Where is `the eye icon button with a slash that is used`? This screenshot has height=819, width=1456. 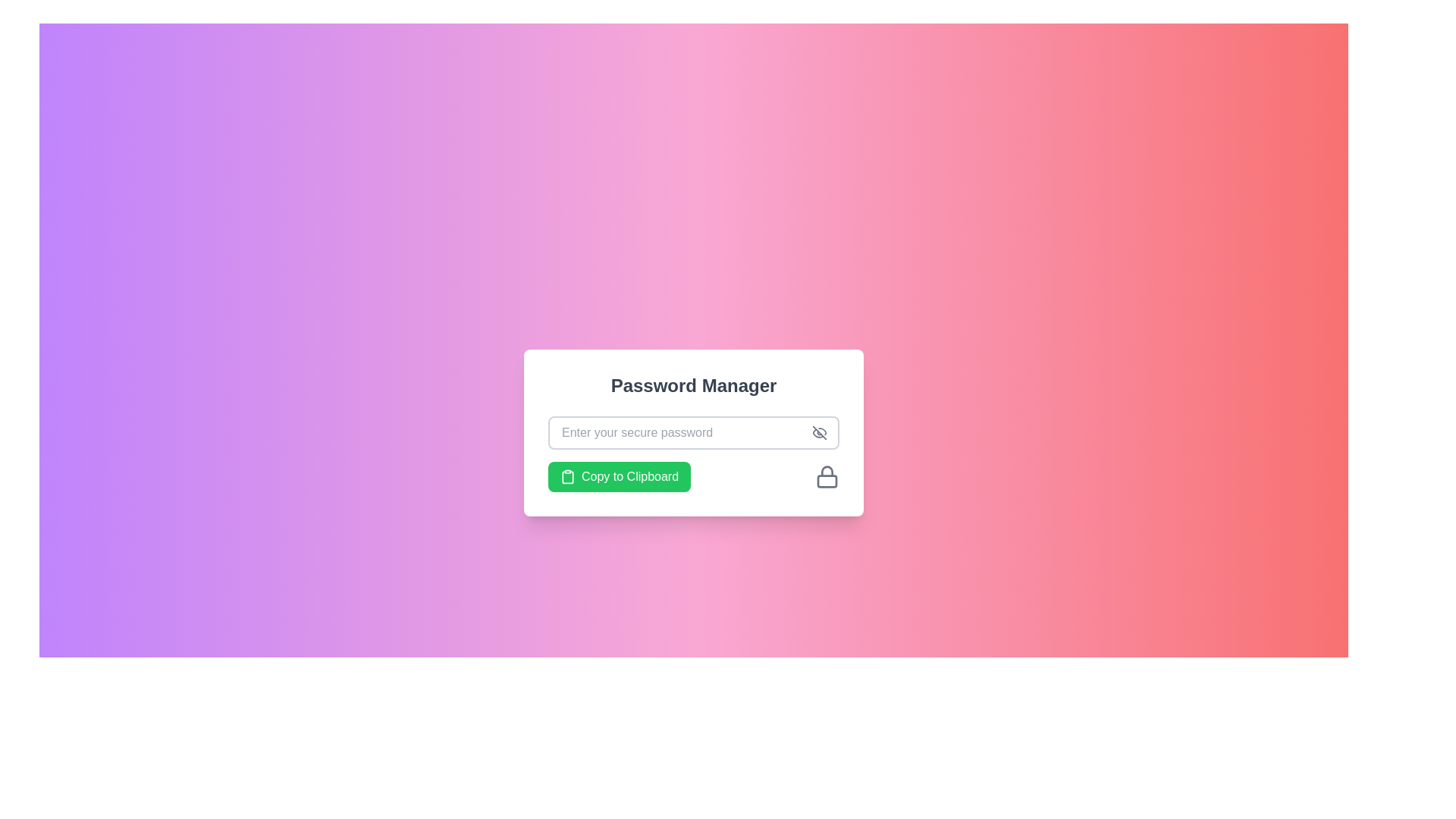 the eye icon button with a slash that is used is located at coordinates (818, 432).